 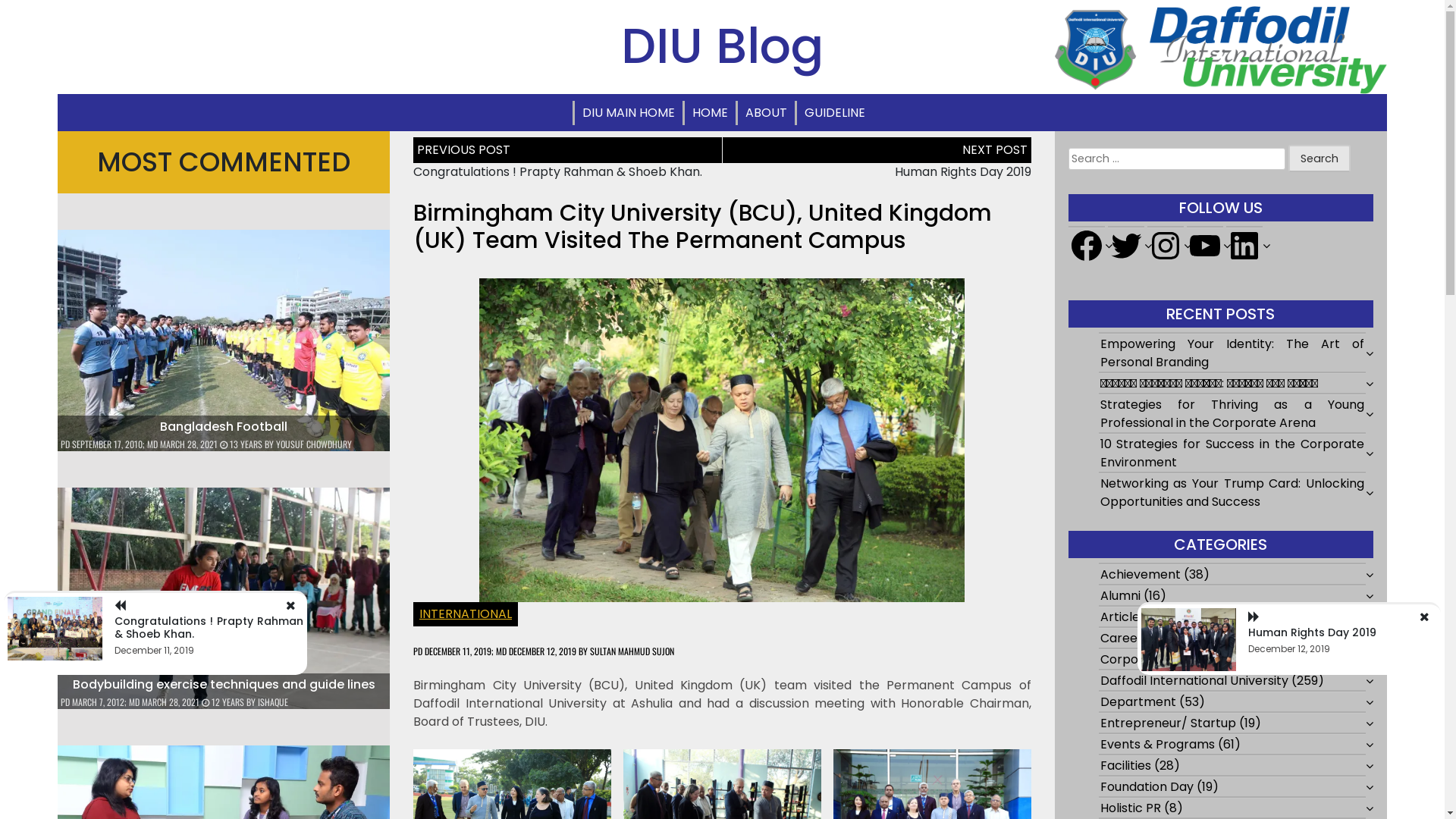 I want to click on 'Foundation Day', so click(x=1147, y=786).